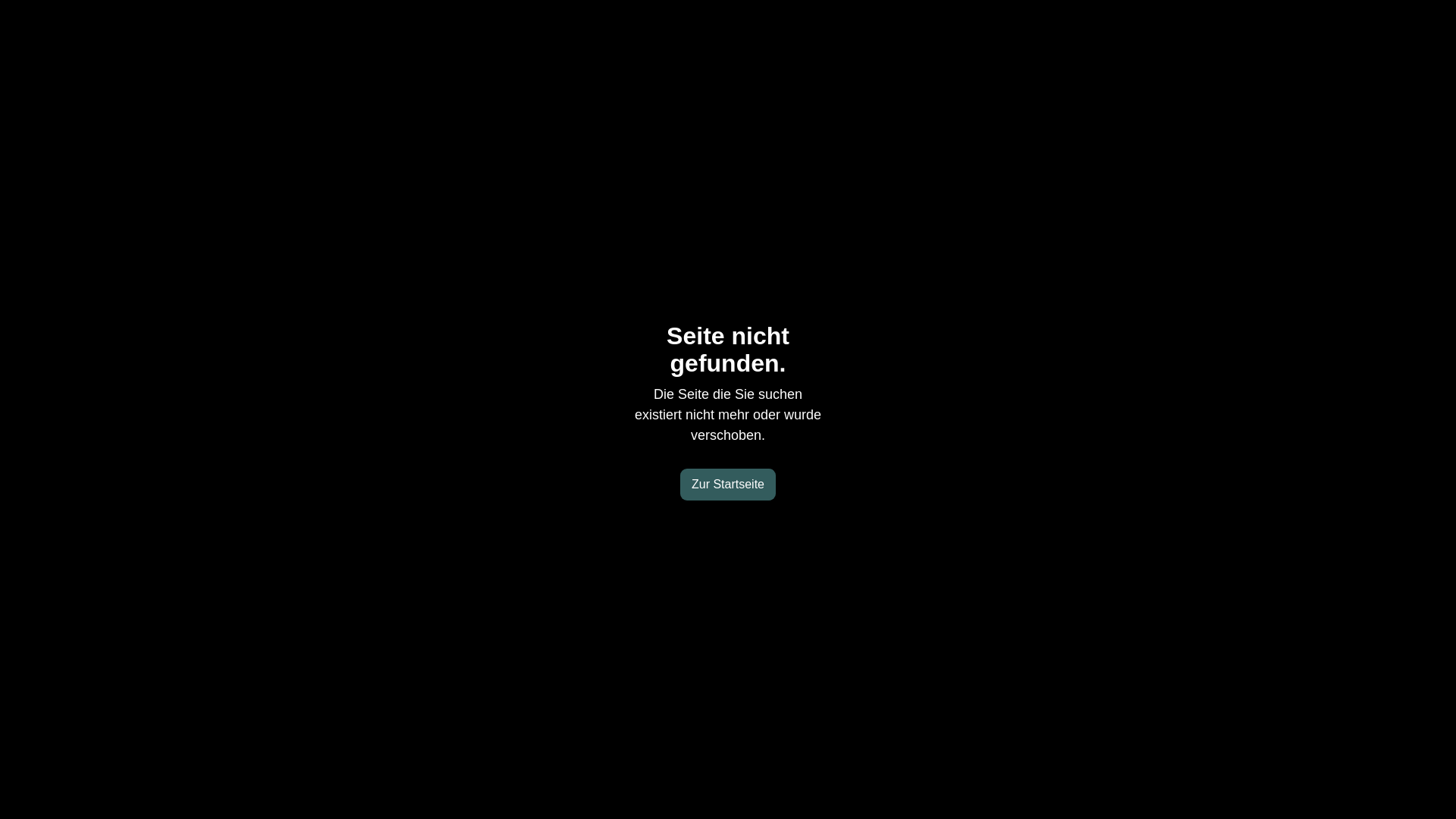 This screenshot has width=1456, height=819. Describe the element at coordinates (728, 485) in the screenshot. I see `'Zur Startseite'` at that location.